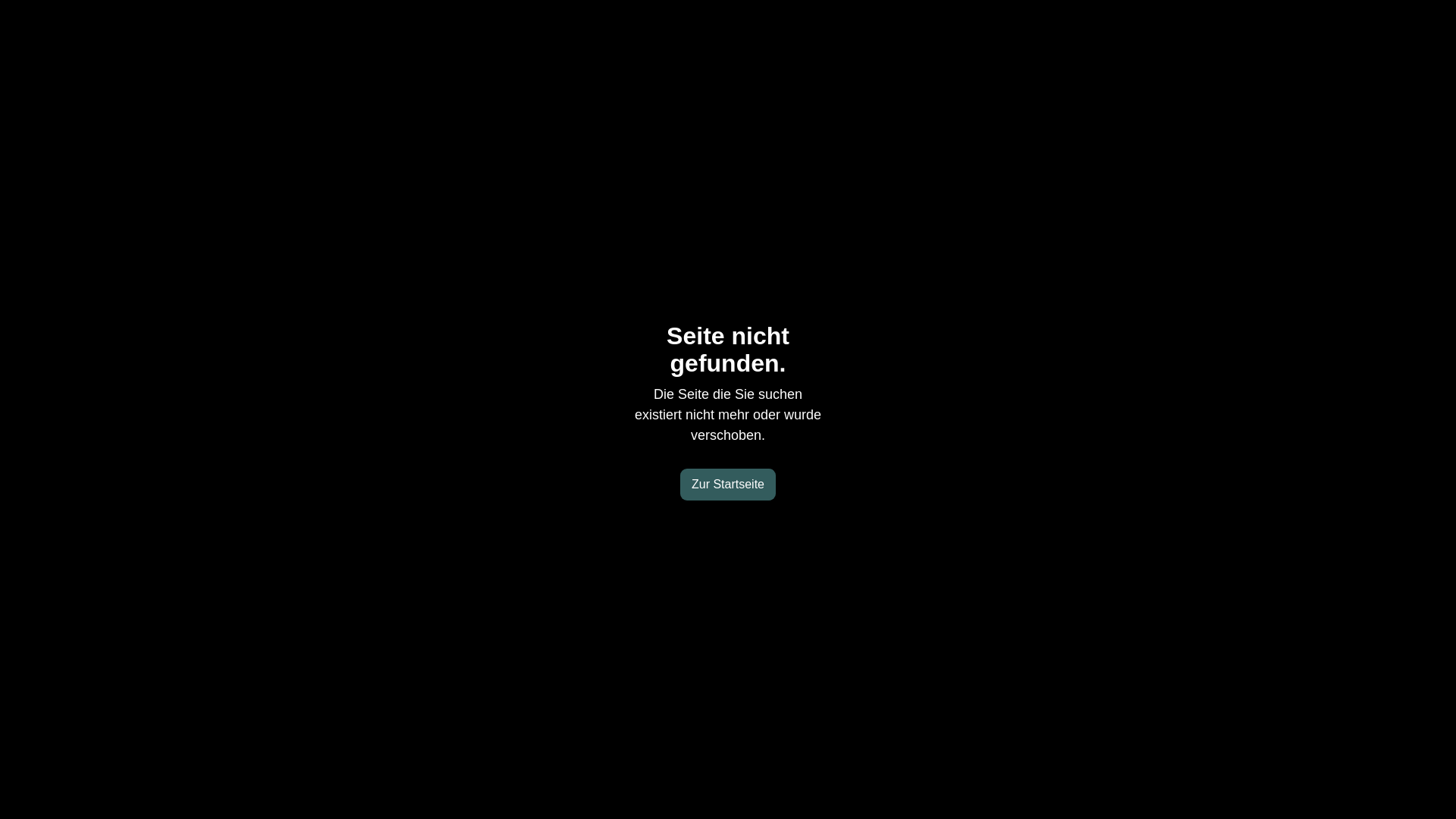 This screenshot has width=1456, height=819. Describe the element at coordinates (728, 485) in the screenshot. I see `'Zur Startseite'` at that location.